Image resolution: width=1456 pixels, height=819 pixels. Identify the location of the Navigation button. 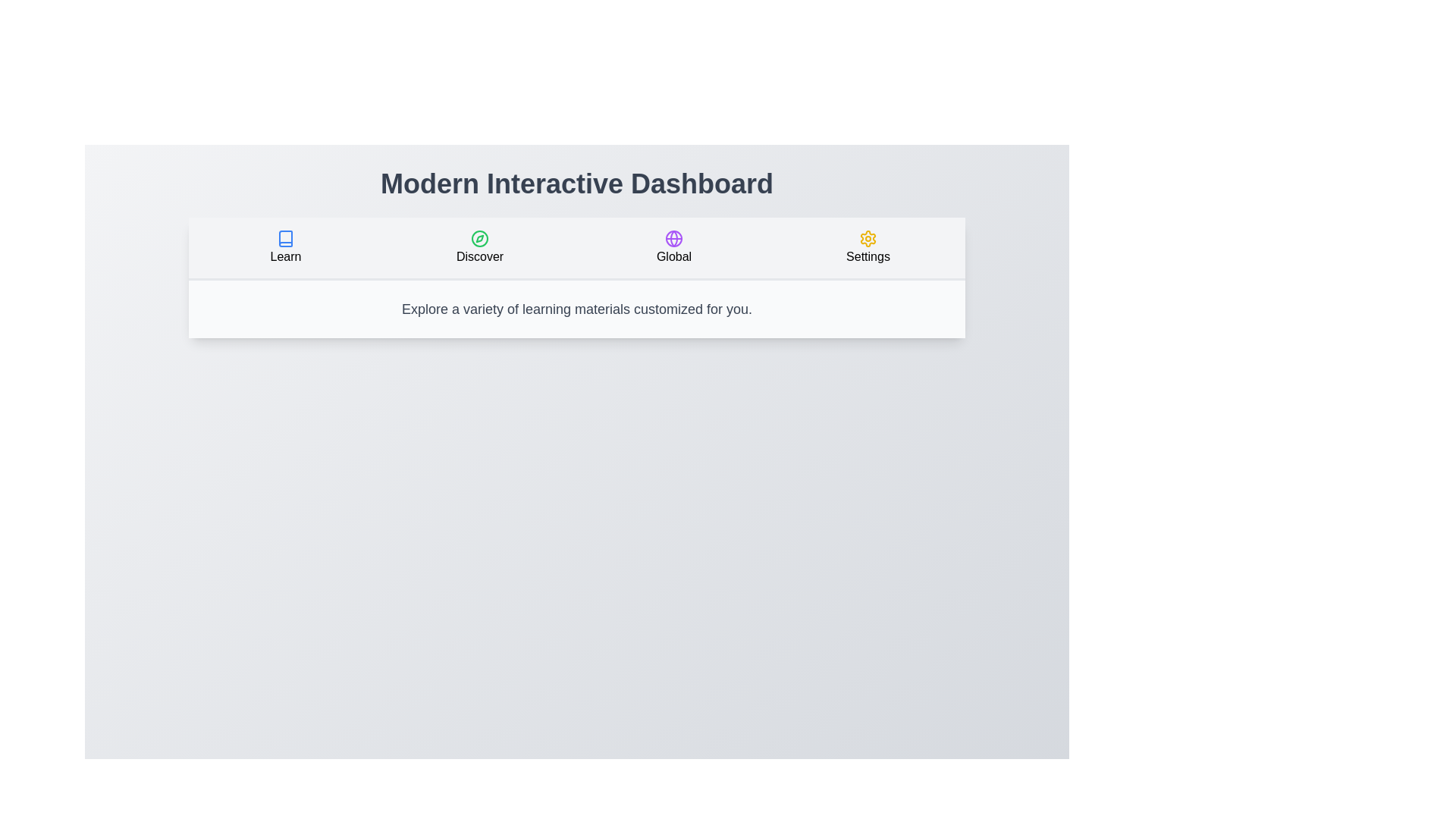
(479, 247).